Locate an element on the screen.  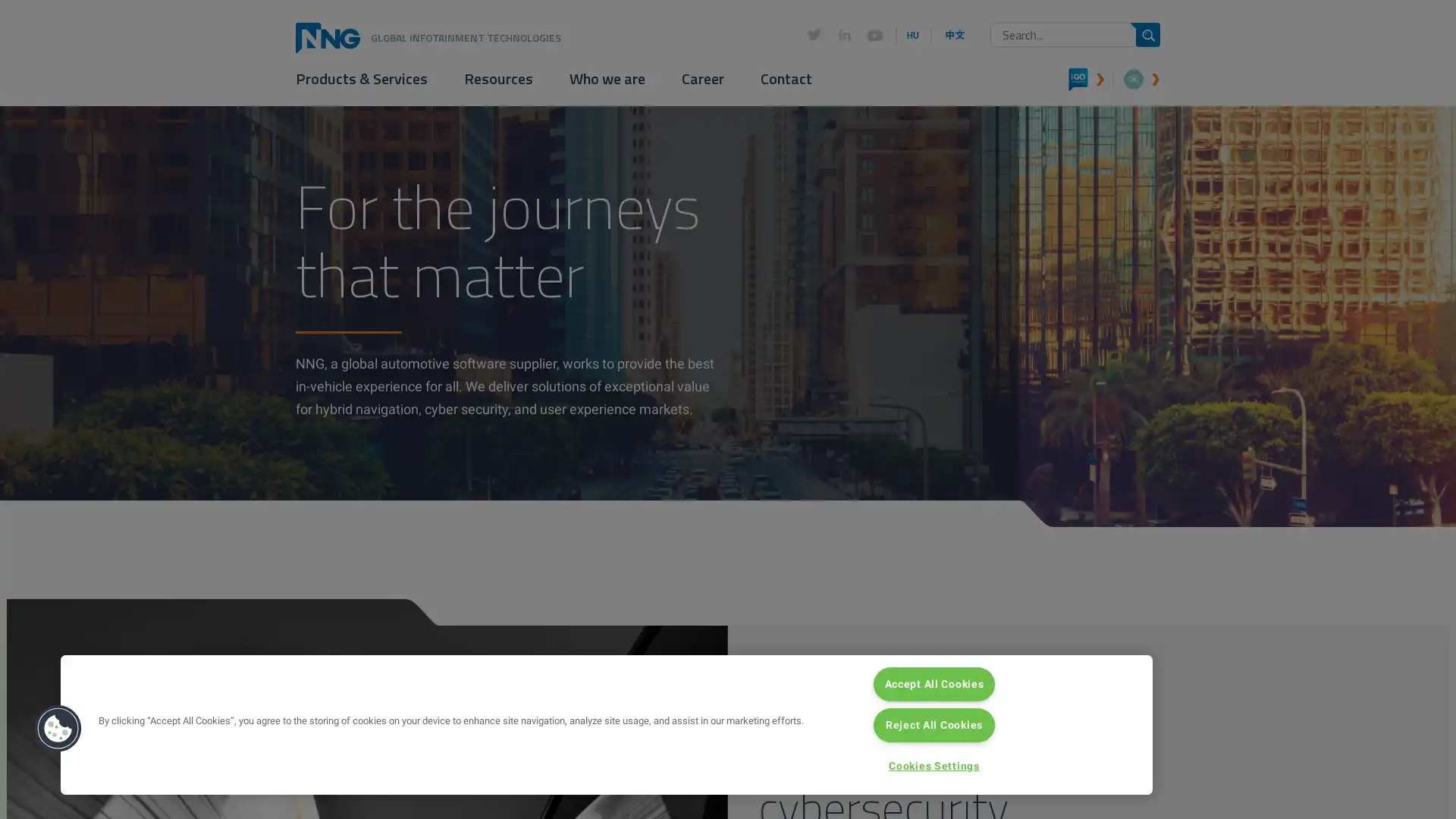
Reject All Cookies is located at coordinates (934, 724).